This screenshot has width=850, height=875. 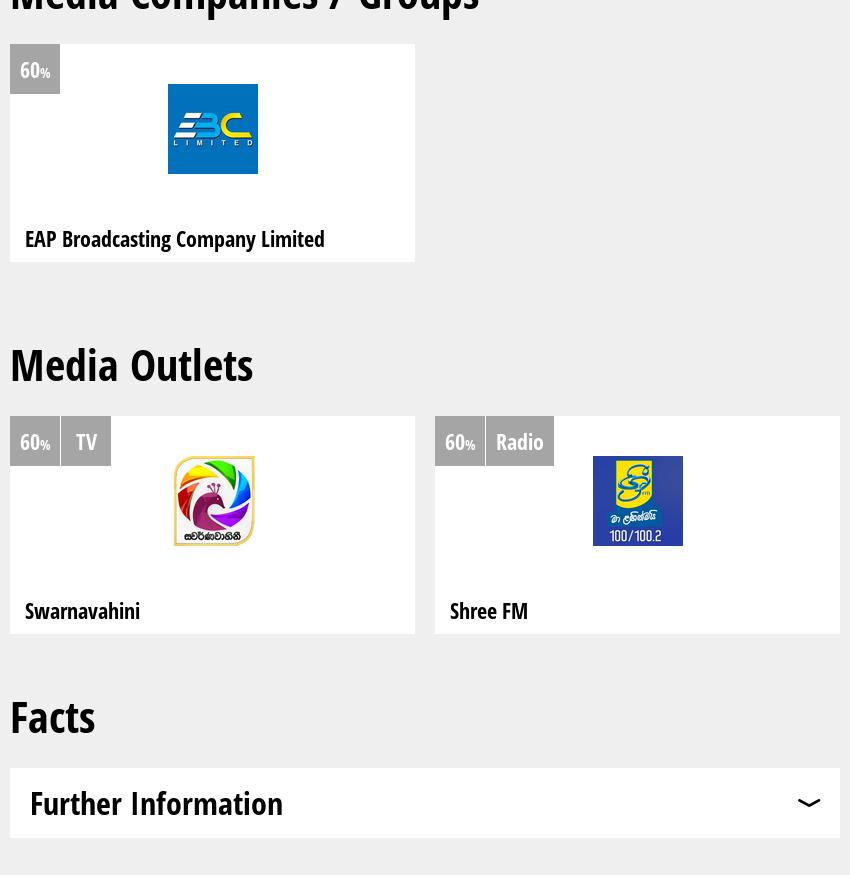 What do you see at coordinates (156, 801) in the screenshot?
I see `'Further Information'` at bounding box center [156, 801].